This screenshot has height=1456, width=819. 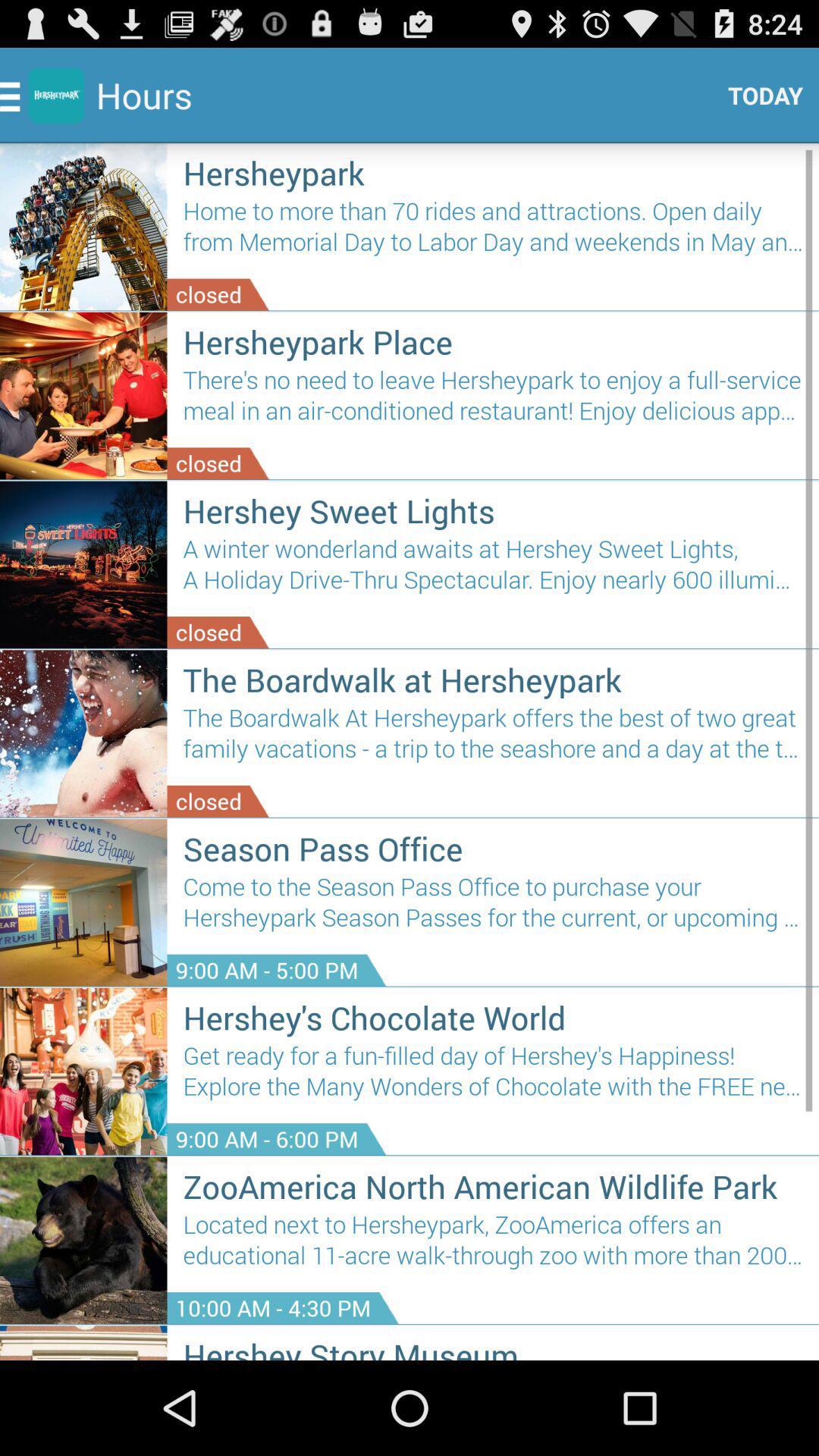 I want to click on the get ready for icon, so click(x=493, y=1076).